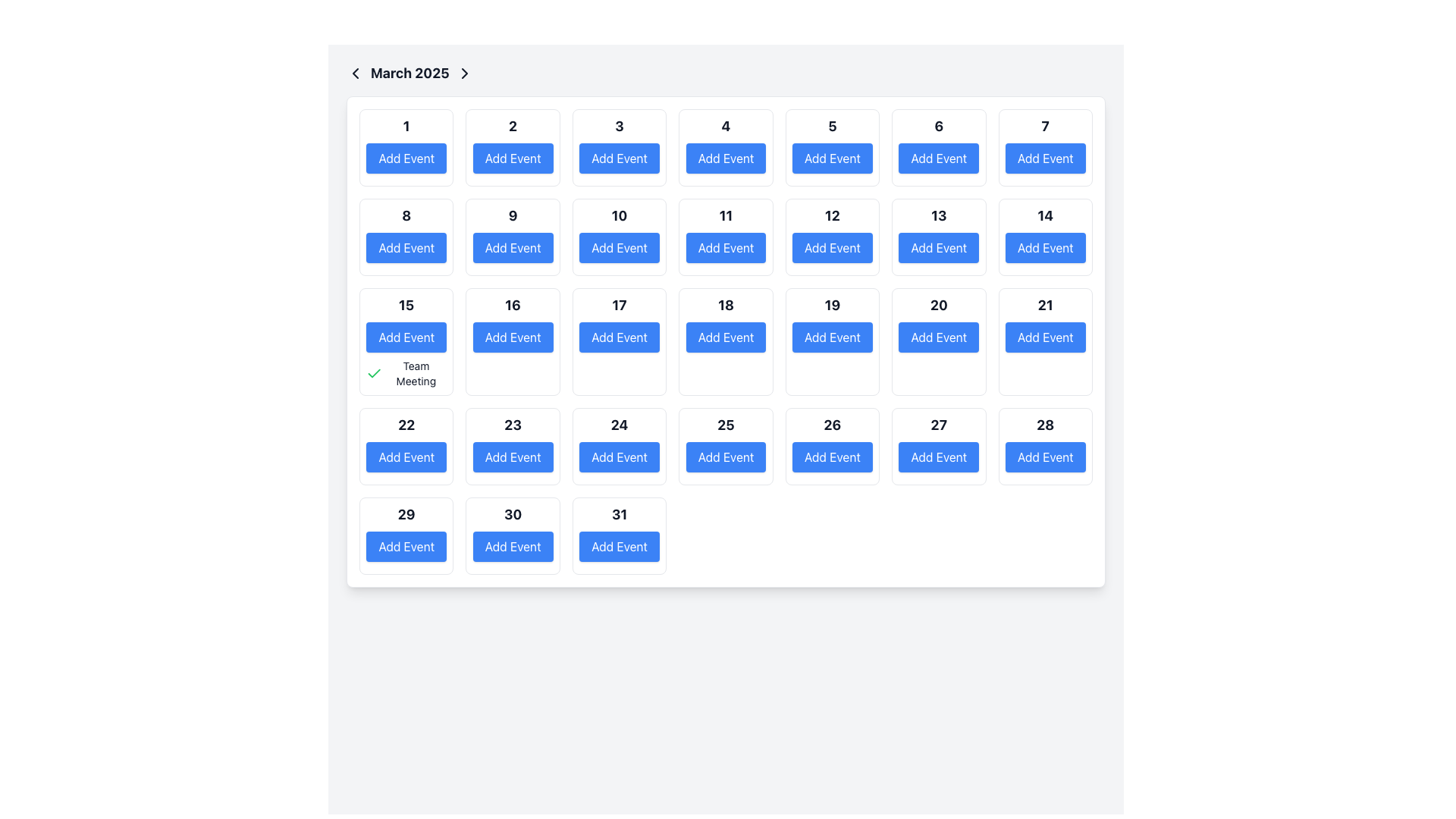  Describe the element at coordinates (406, 425) in the screenshot. I see `the bold, large-sized numeric text displaying '22' located in the upper segment of the calendar cell for the date '22', positioned above the blue 'Add Event' button` at that location.